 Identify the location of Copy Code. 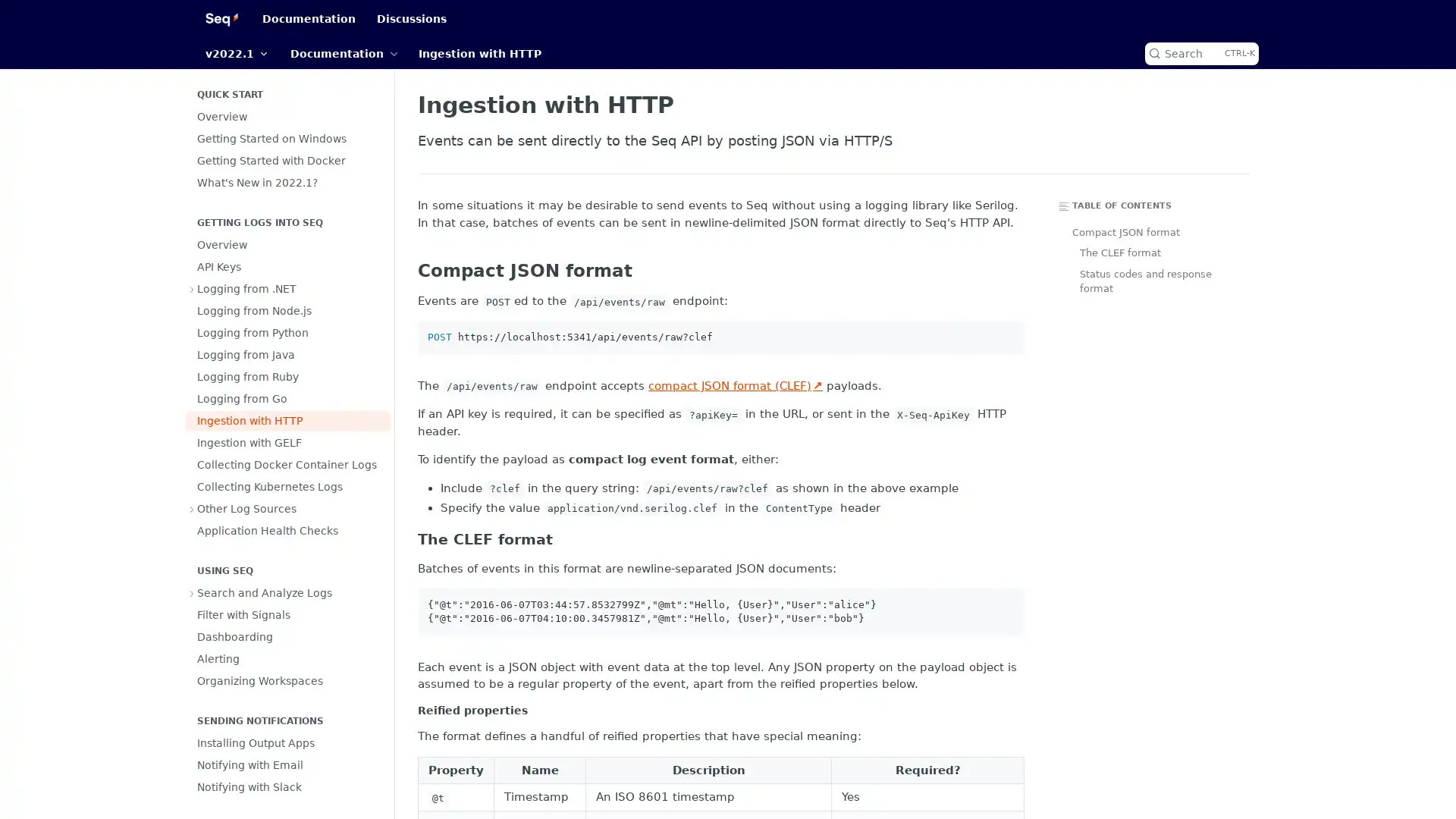
(1007, 604).